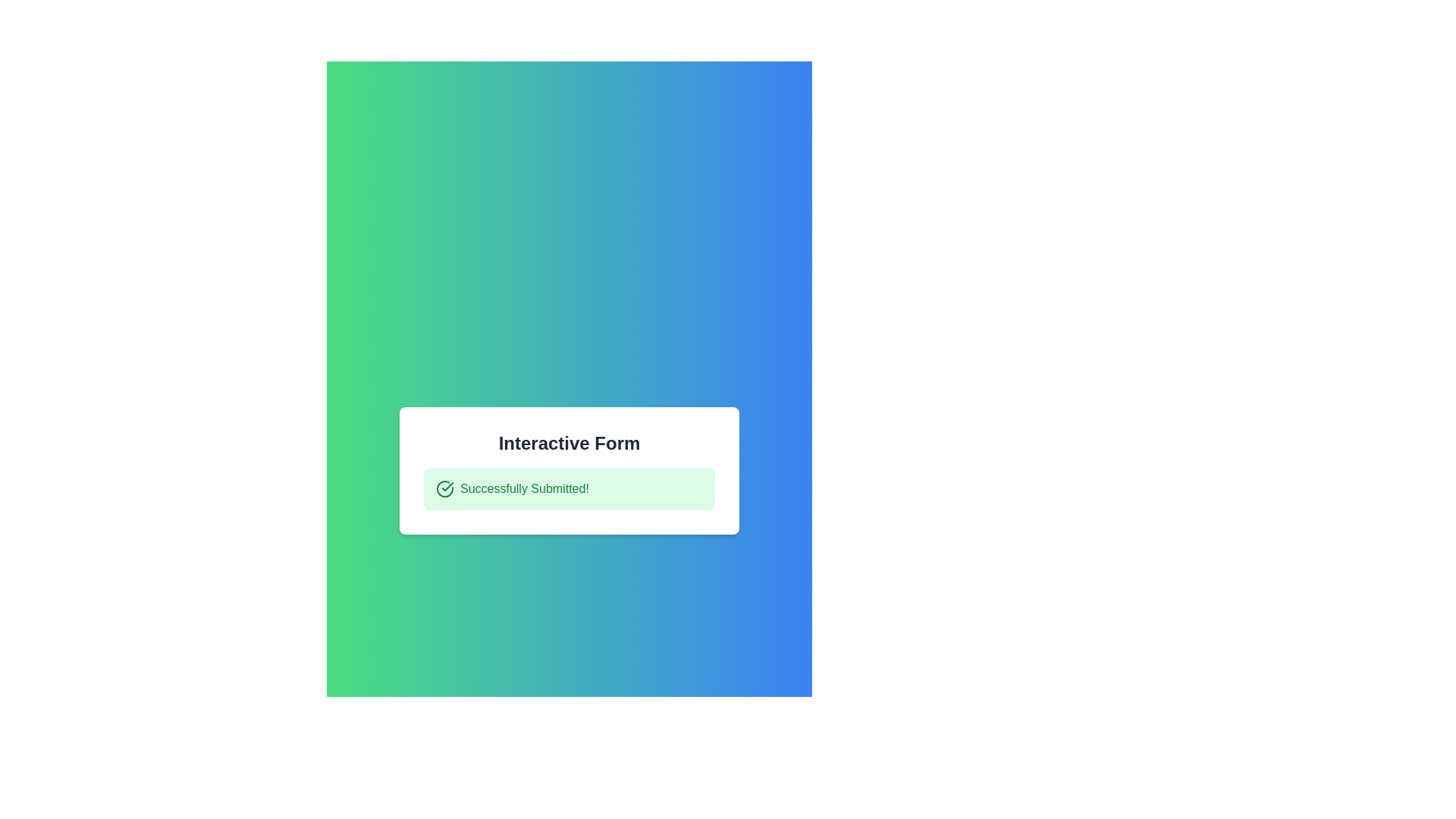 This screenshot has width=1456, height=819. What do you see at coordinates (444, 488) in the screenshot?
I see `the circular icon with a check mark, which is visually styled with a green stroke and located next to the text 'Successfully Submitted!' in a green notification box` at bounding box center [444, 488].